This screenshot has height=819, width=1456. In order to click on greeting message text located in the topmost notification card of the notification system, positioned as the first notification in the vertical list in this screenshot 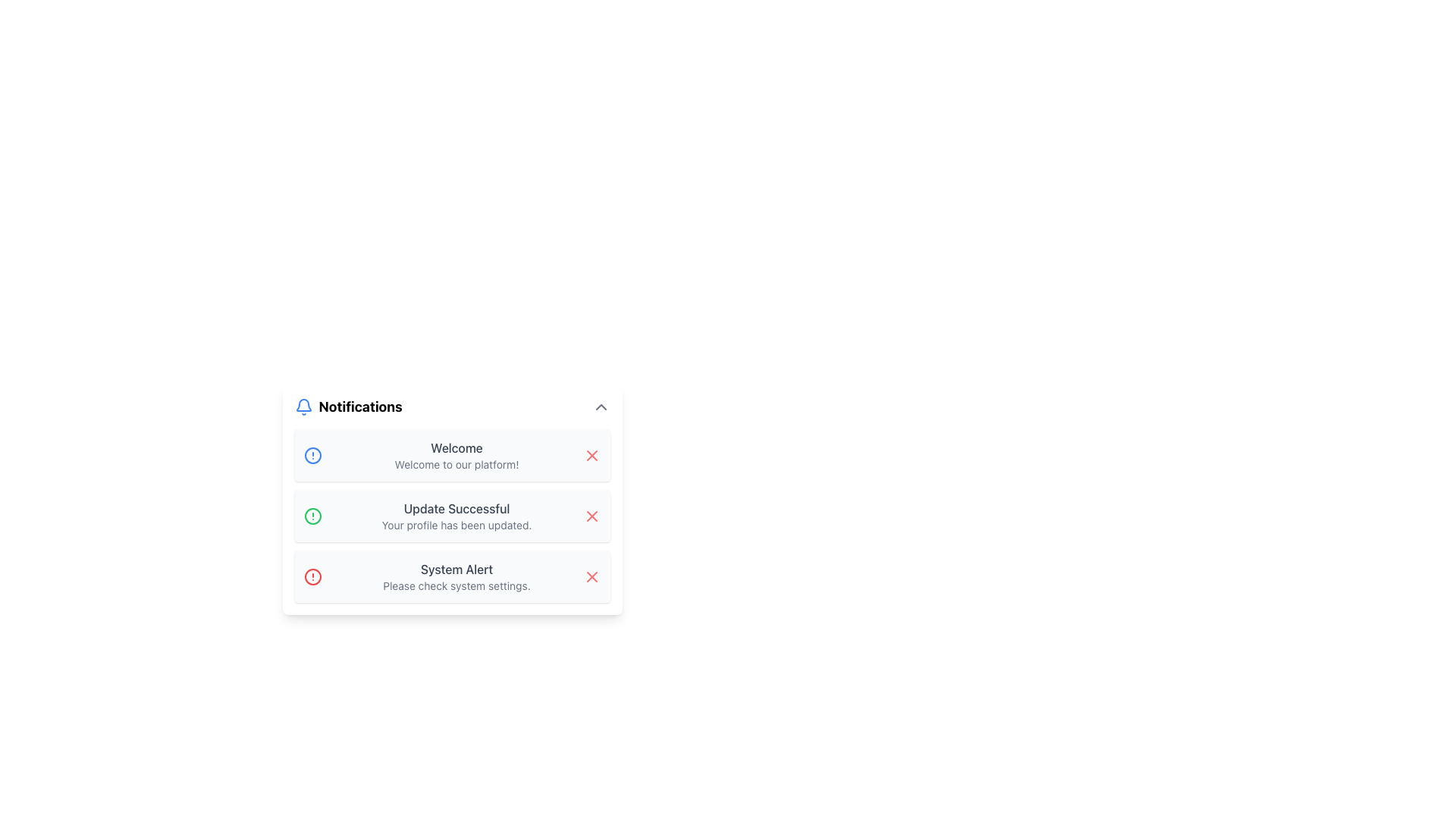, I will do `click(456, 455)`.